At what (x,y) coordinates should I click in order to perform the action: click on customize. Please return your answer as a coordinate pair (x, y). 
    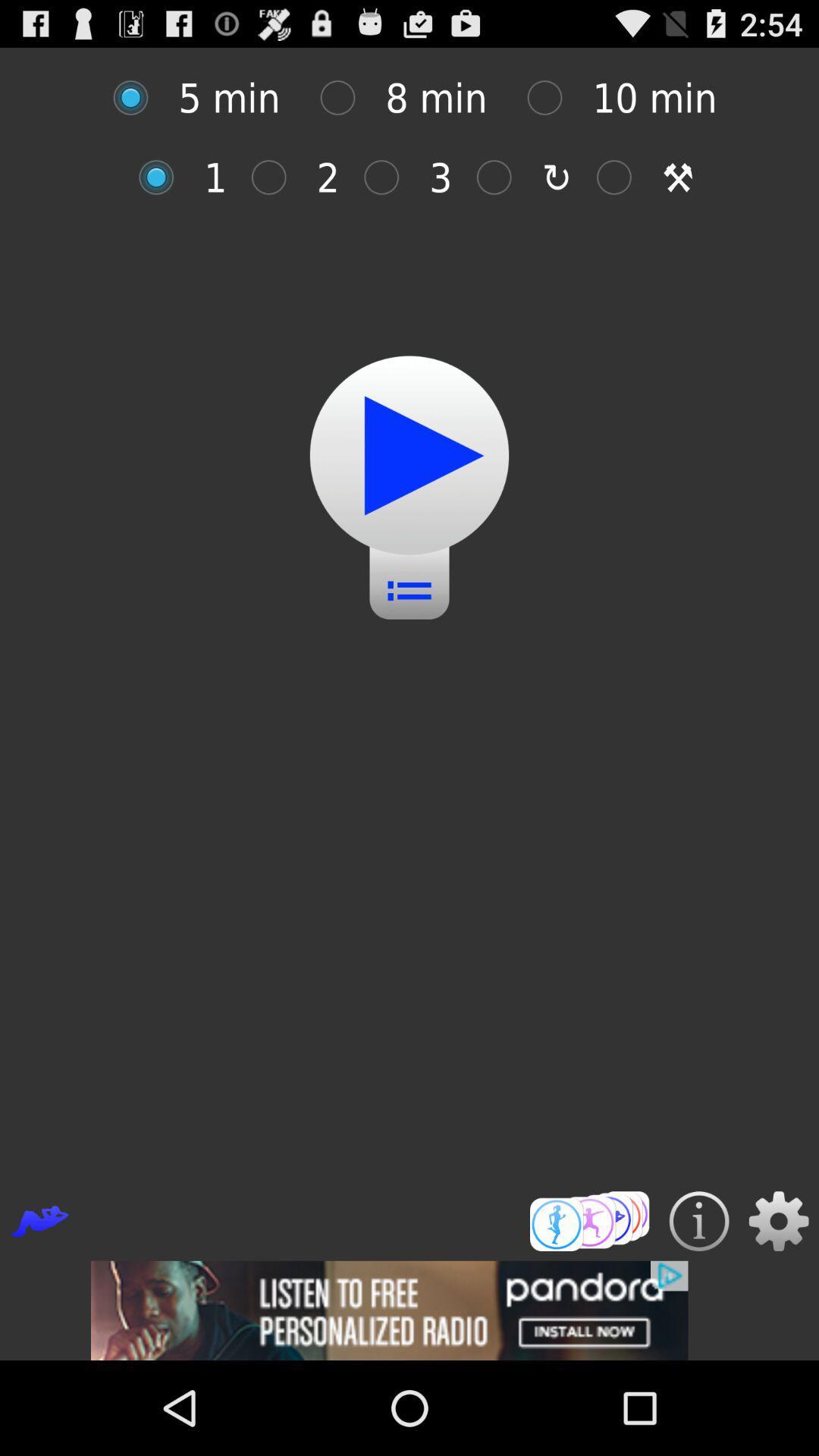
    Looking at the image, I should click on (138, 97).